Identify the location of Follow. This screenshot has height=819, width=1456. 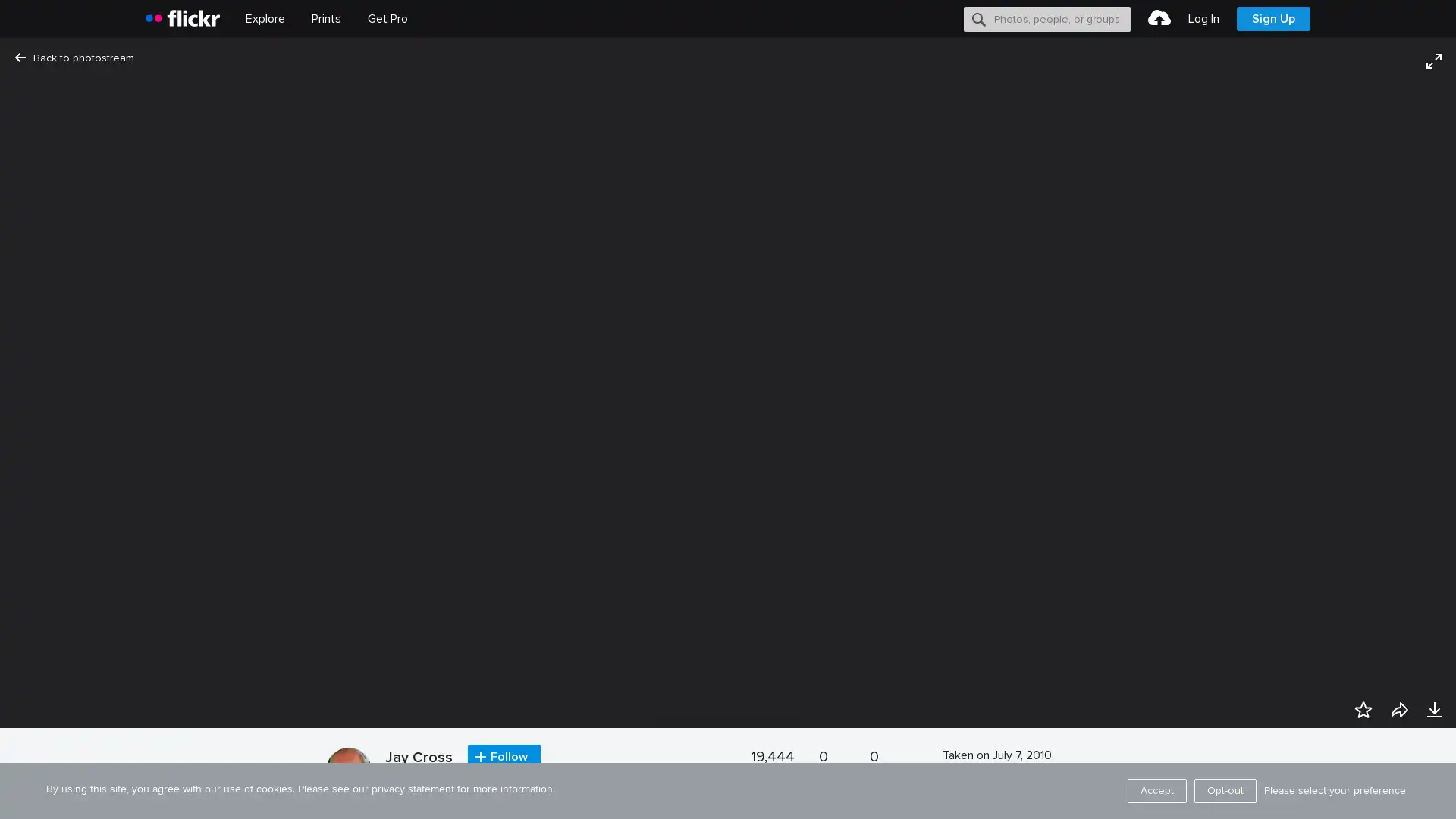
(504, 757).